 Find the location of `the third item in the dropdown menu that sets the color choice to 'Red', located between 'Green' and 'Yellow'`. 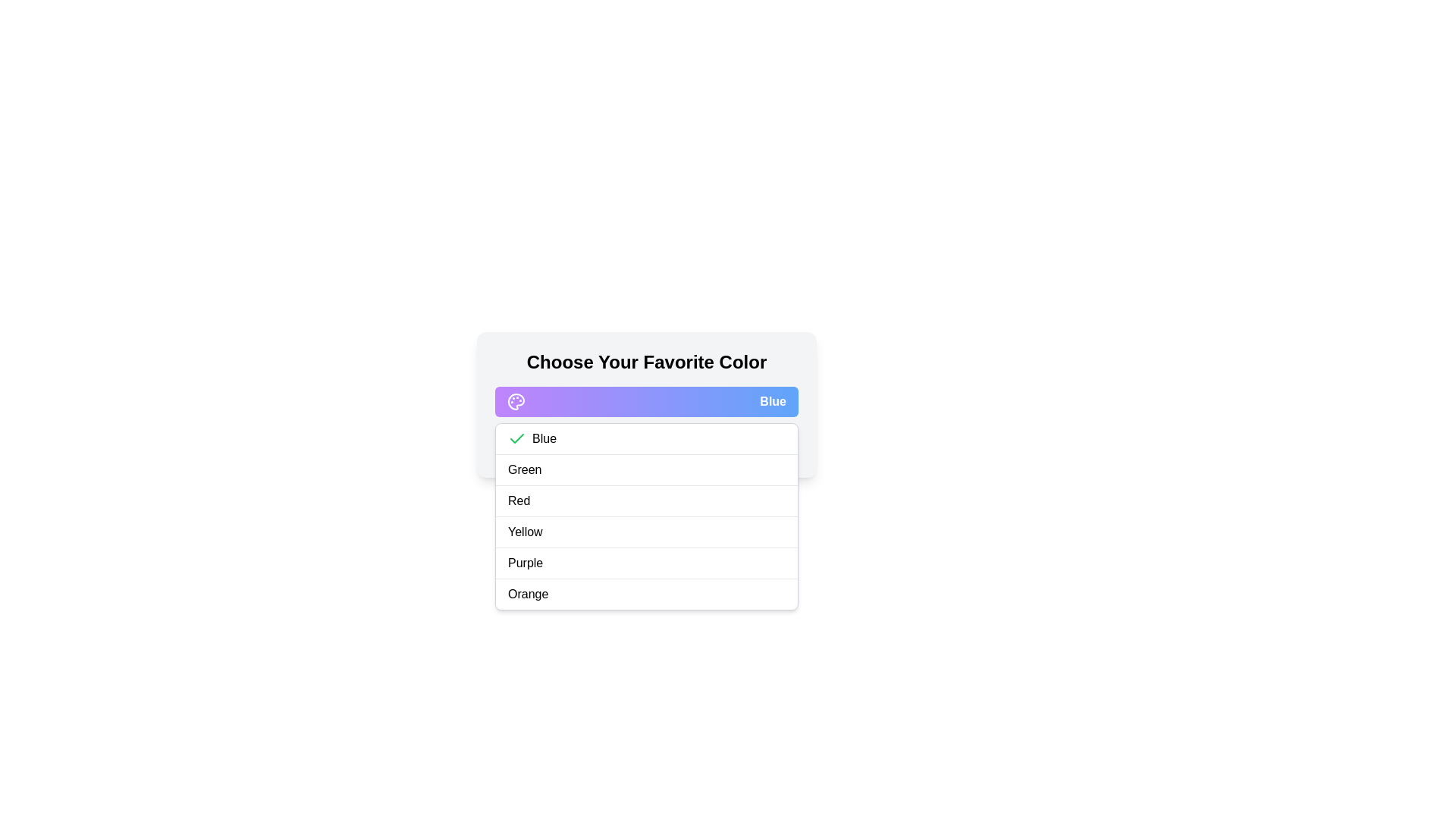

the third item in the dropdown menu that sets the color choice to 'Red', located between 'Green' and 'Yellow' is located at coordinates (647, 500).